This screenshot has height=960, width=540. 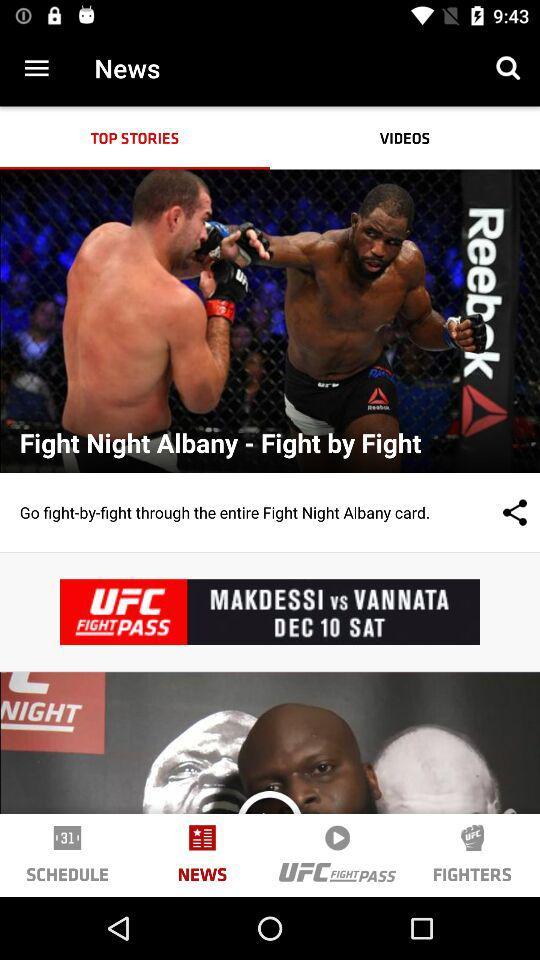 I want to click on opens an advertisement, so click(x=270, y=611).